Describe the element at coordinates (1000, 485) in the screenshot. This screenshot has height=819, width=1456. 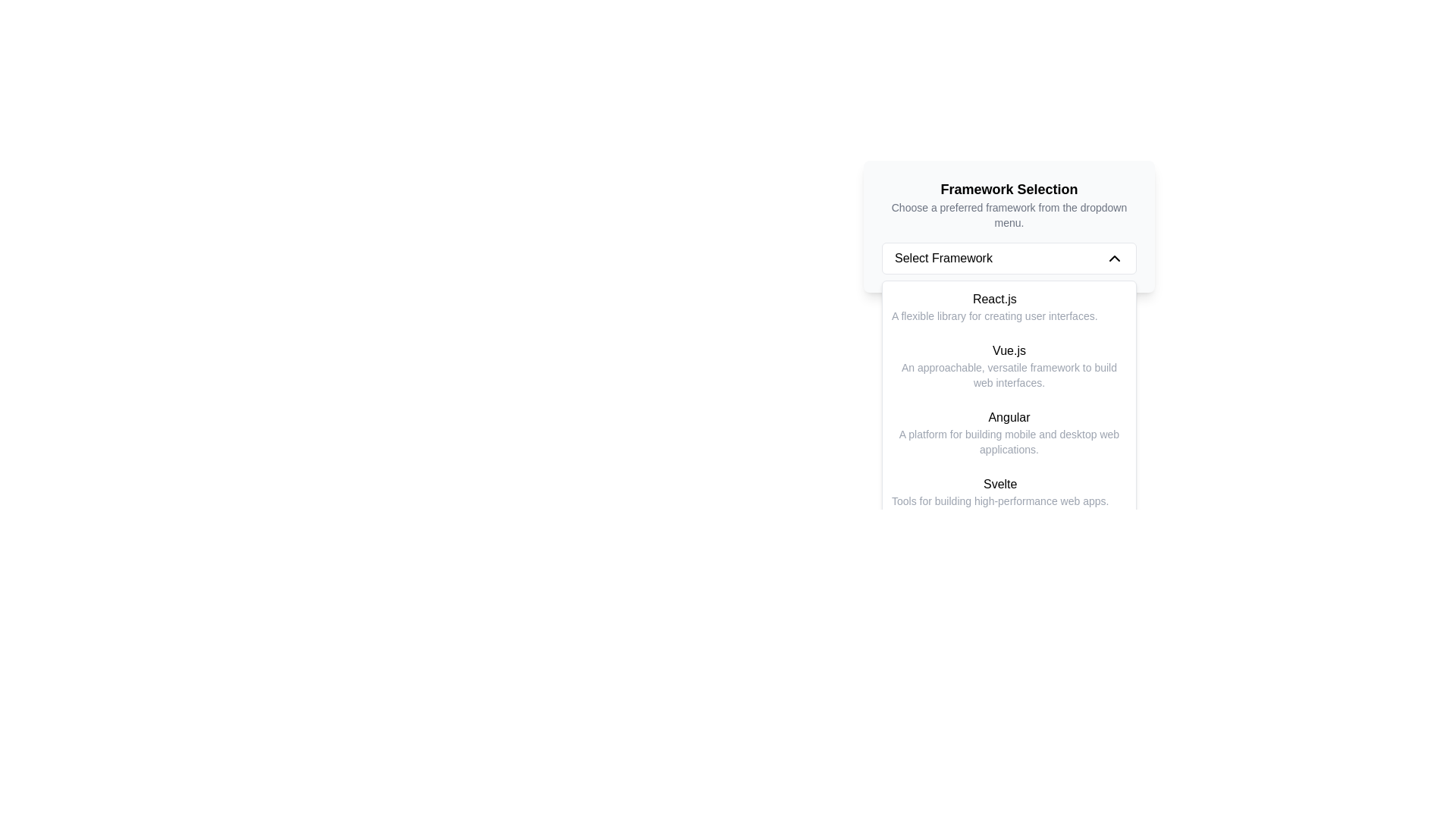
I see `text label 'Svelte' which is styled in bold or medium font weight, located at the top of a text block above the description 'Tools for building high-performance web apps.'` at that location.